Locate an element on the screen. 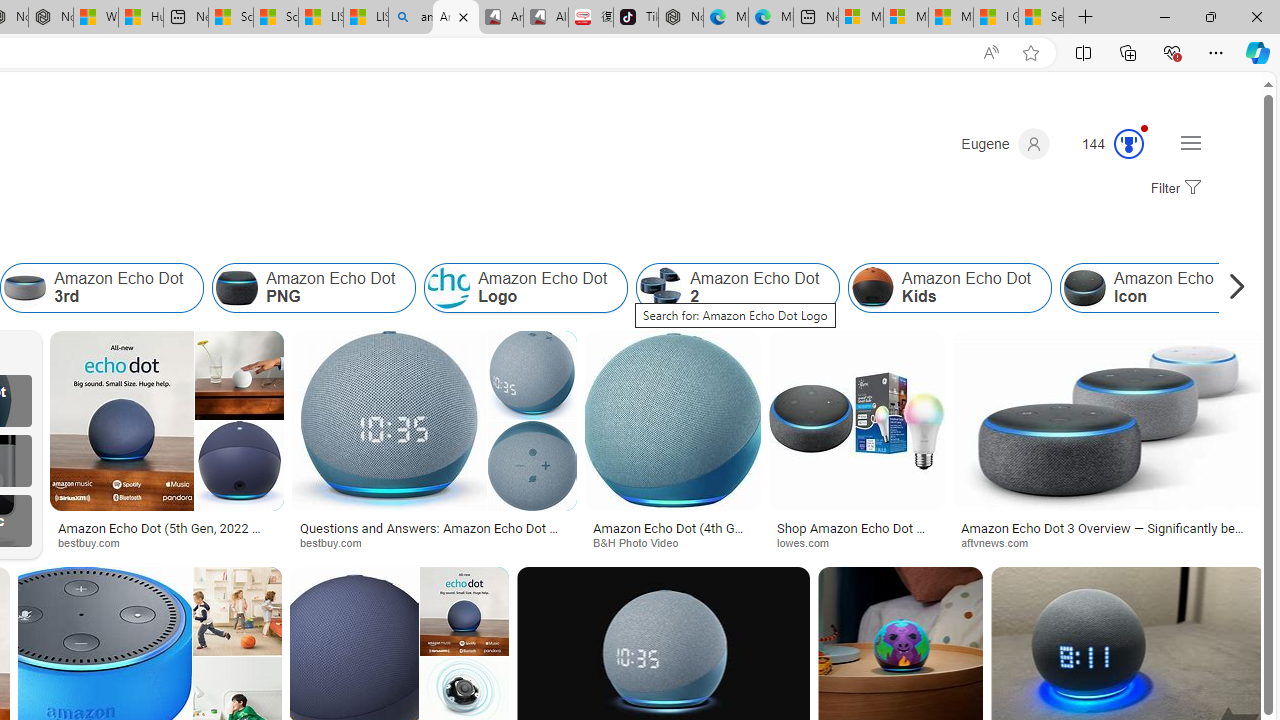 This screenshot has height=720, width=1280. 'Amazon Echo Dot Logo' is located at coordinates (526, 288).